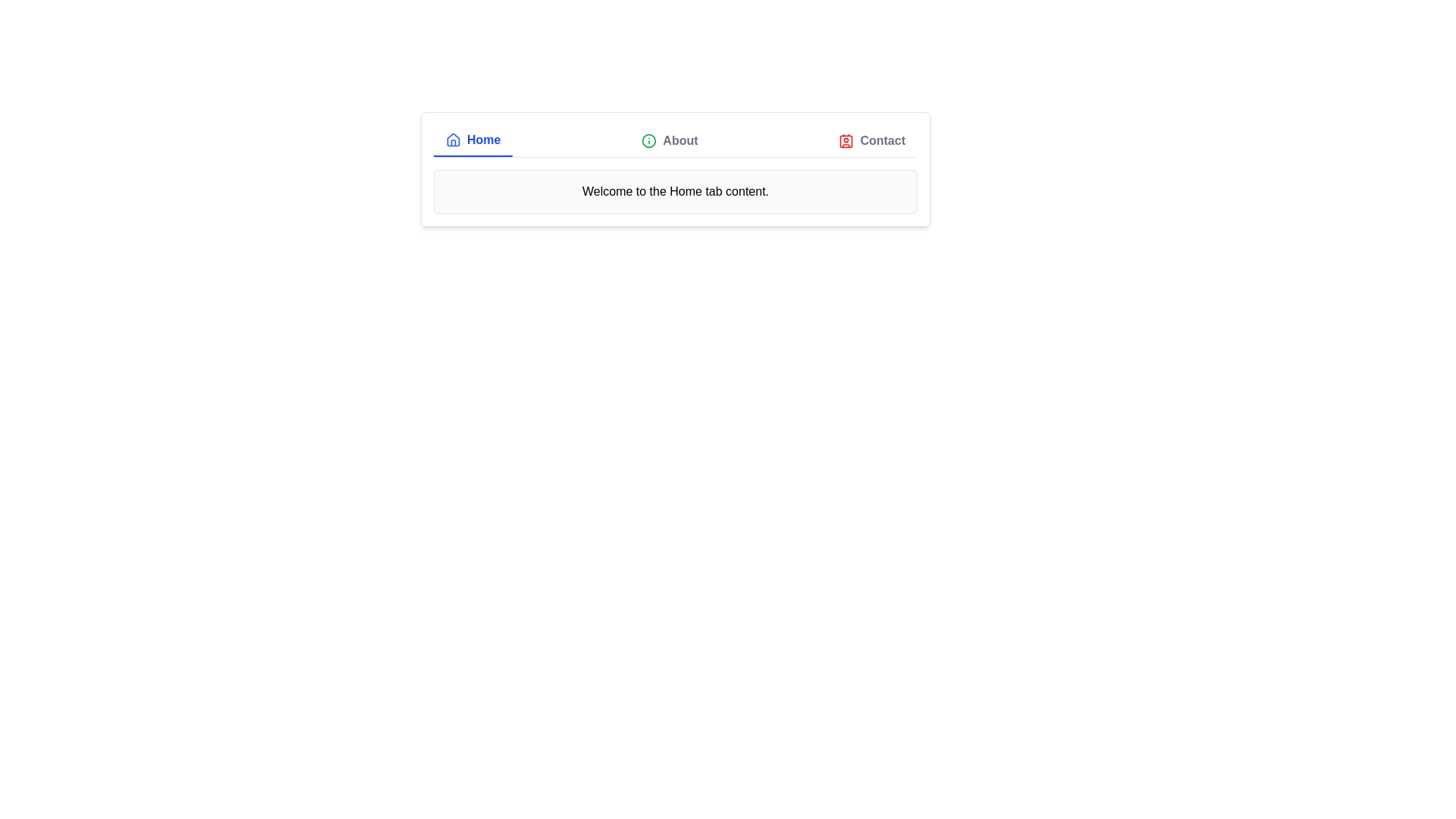  What do you see at coordinates (472, 140) in the screenshot?
I see `the 'Home' Navigation Tab` at bounding box center [472, 140].